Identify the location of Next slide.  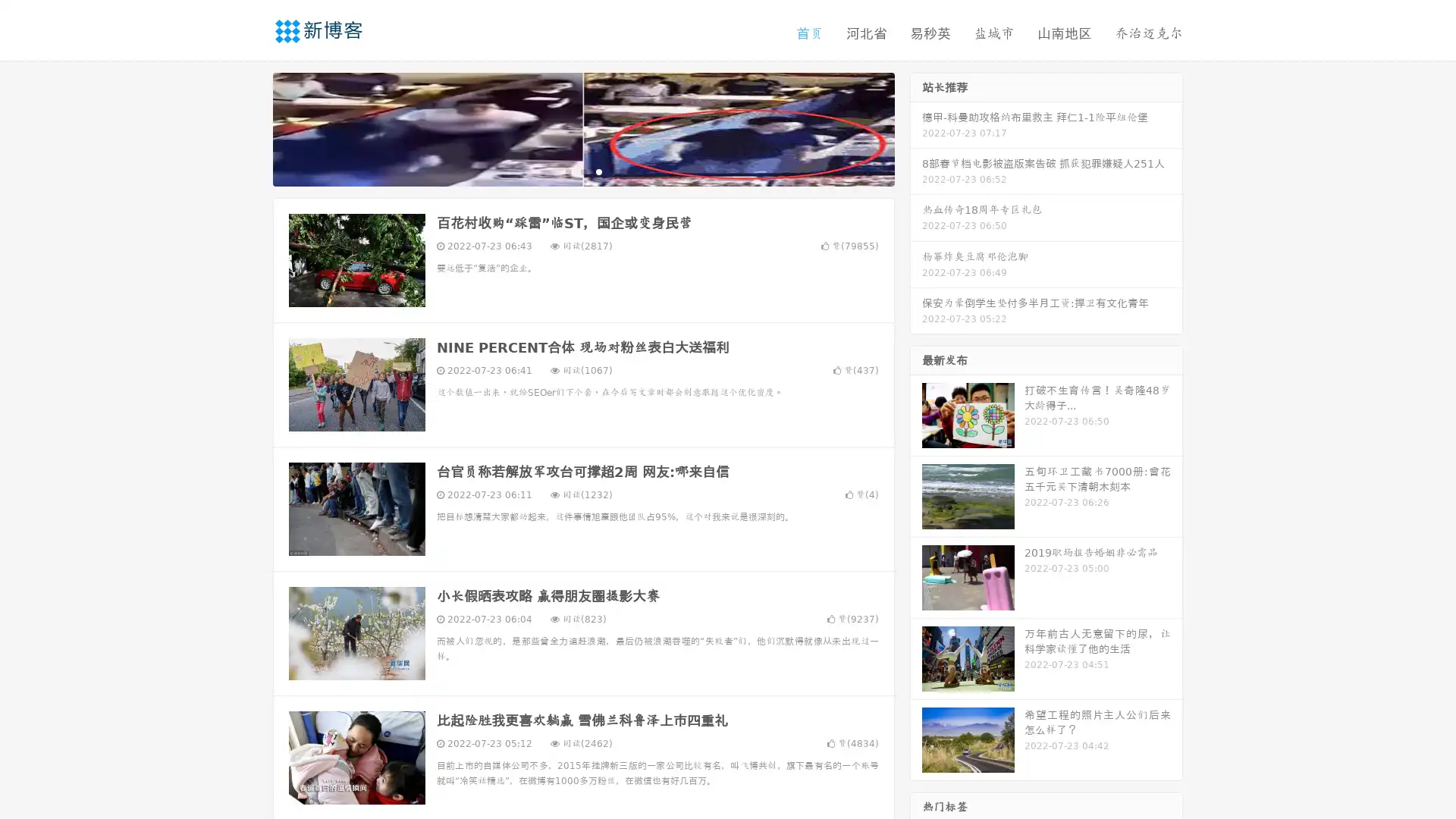
(916, 127).